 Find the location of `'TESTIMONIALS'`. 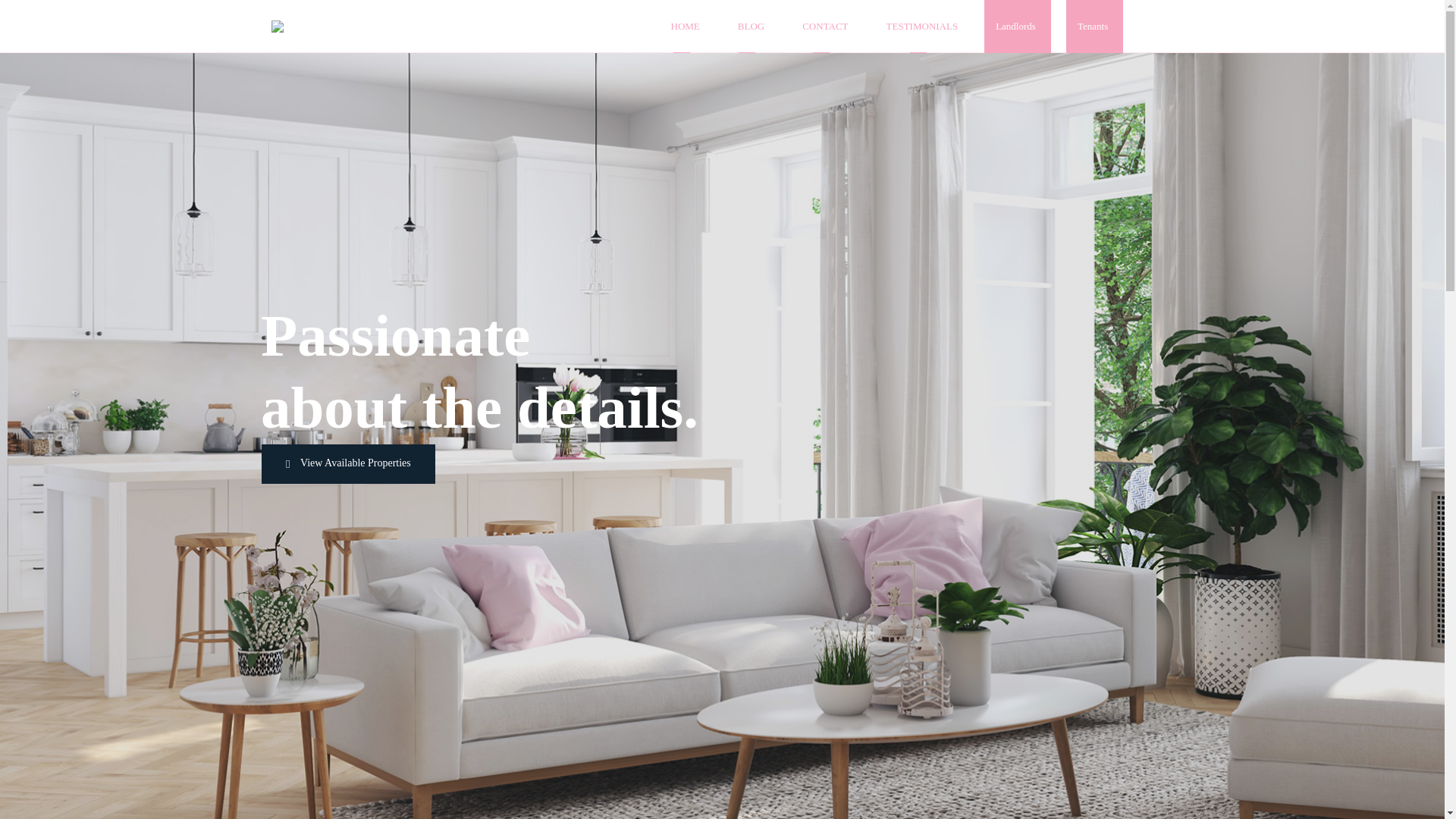

'TESTIMONIALS' is located at coordinates (921, 26).